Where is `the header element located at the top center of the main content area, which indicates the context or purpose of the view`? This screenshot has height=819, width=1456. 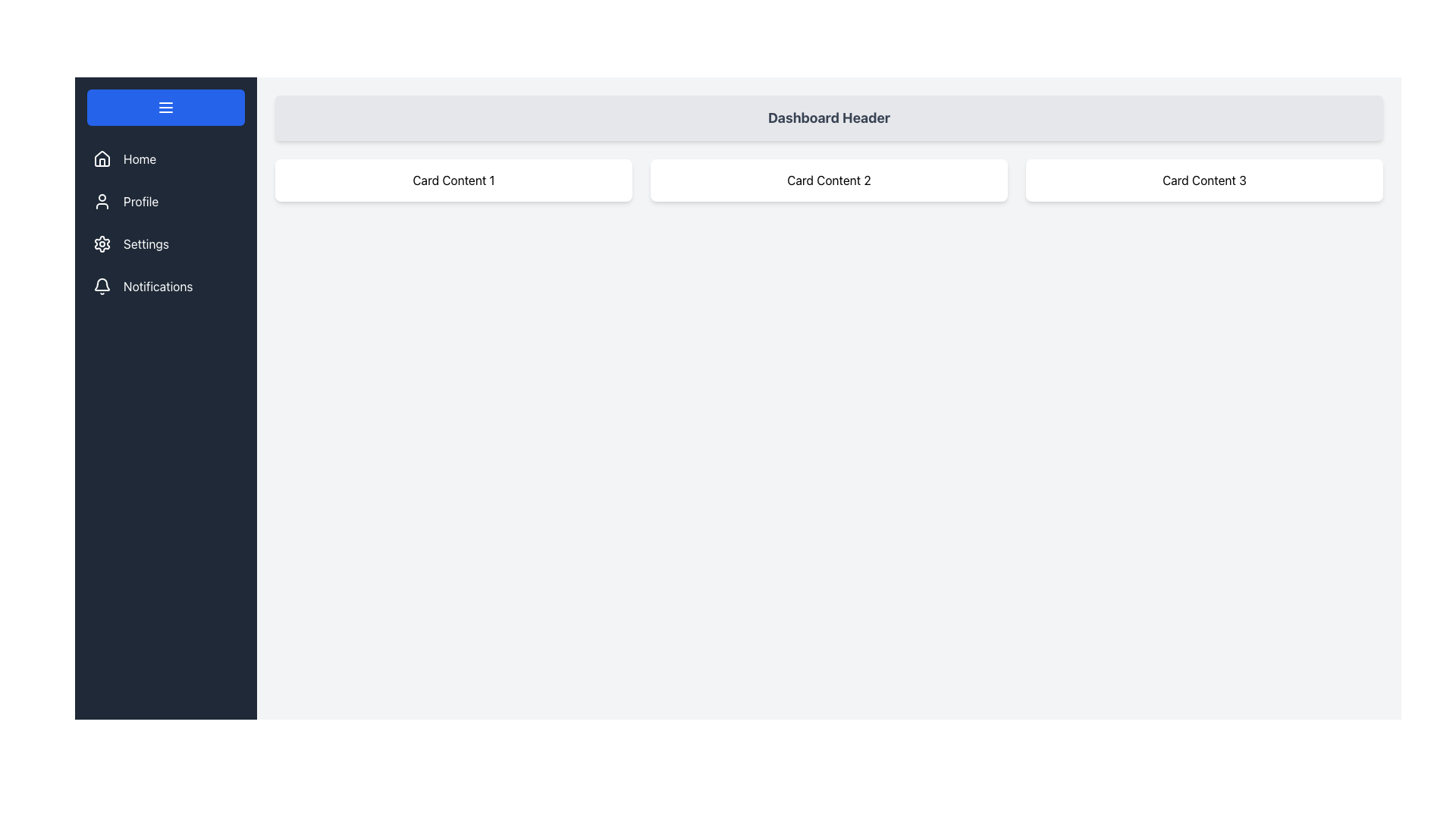 the header element located at the top center of the main content area, which indicates the context or purpose of the view is located at coordinates (828, 117).